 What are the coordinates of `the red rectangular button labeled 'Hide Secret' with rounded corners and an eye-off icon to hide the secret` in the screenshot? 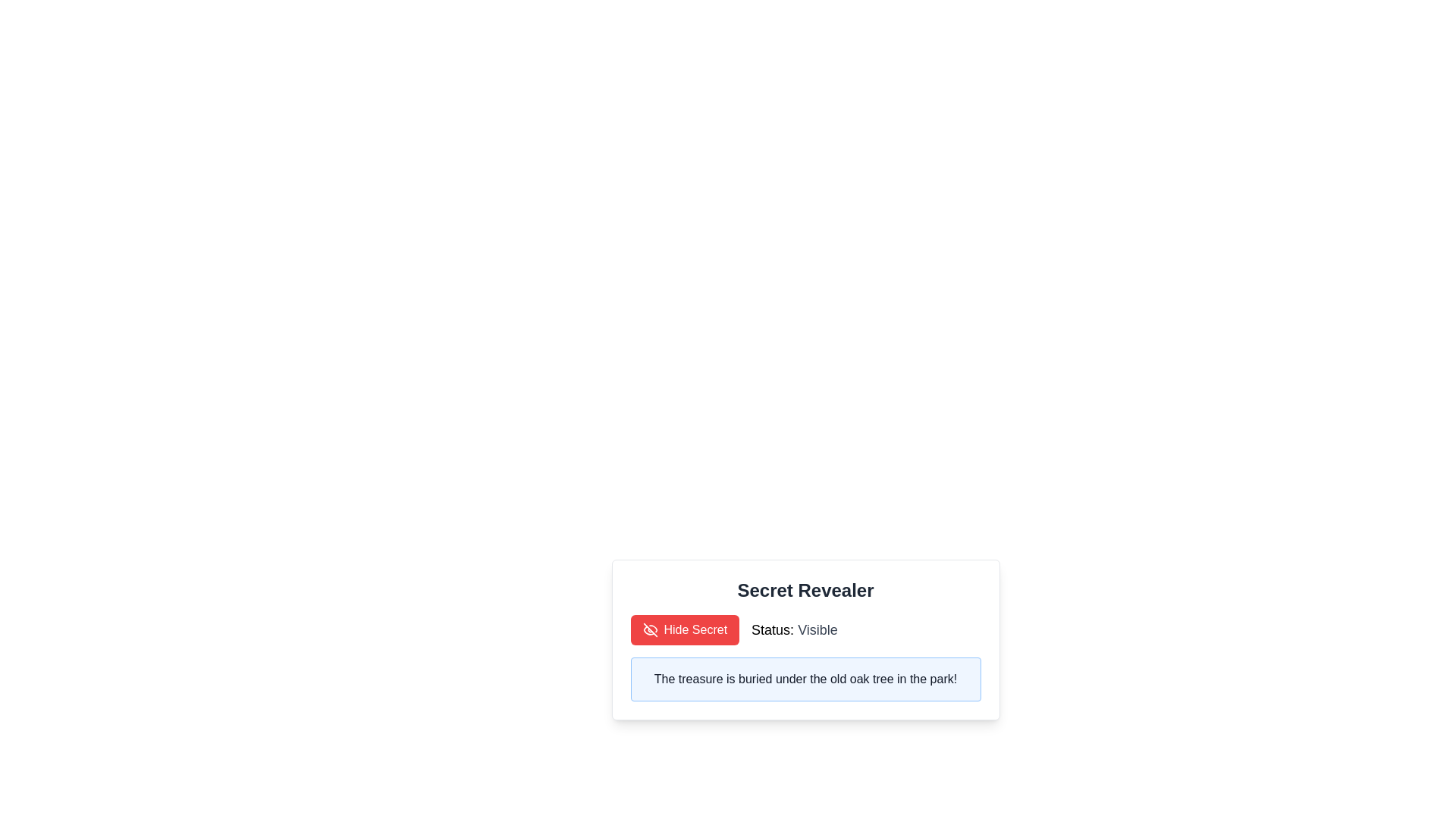 It's located at (684, 629).